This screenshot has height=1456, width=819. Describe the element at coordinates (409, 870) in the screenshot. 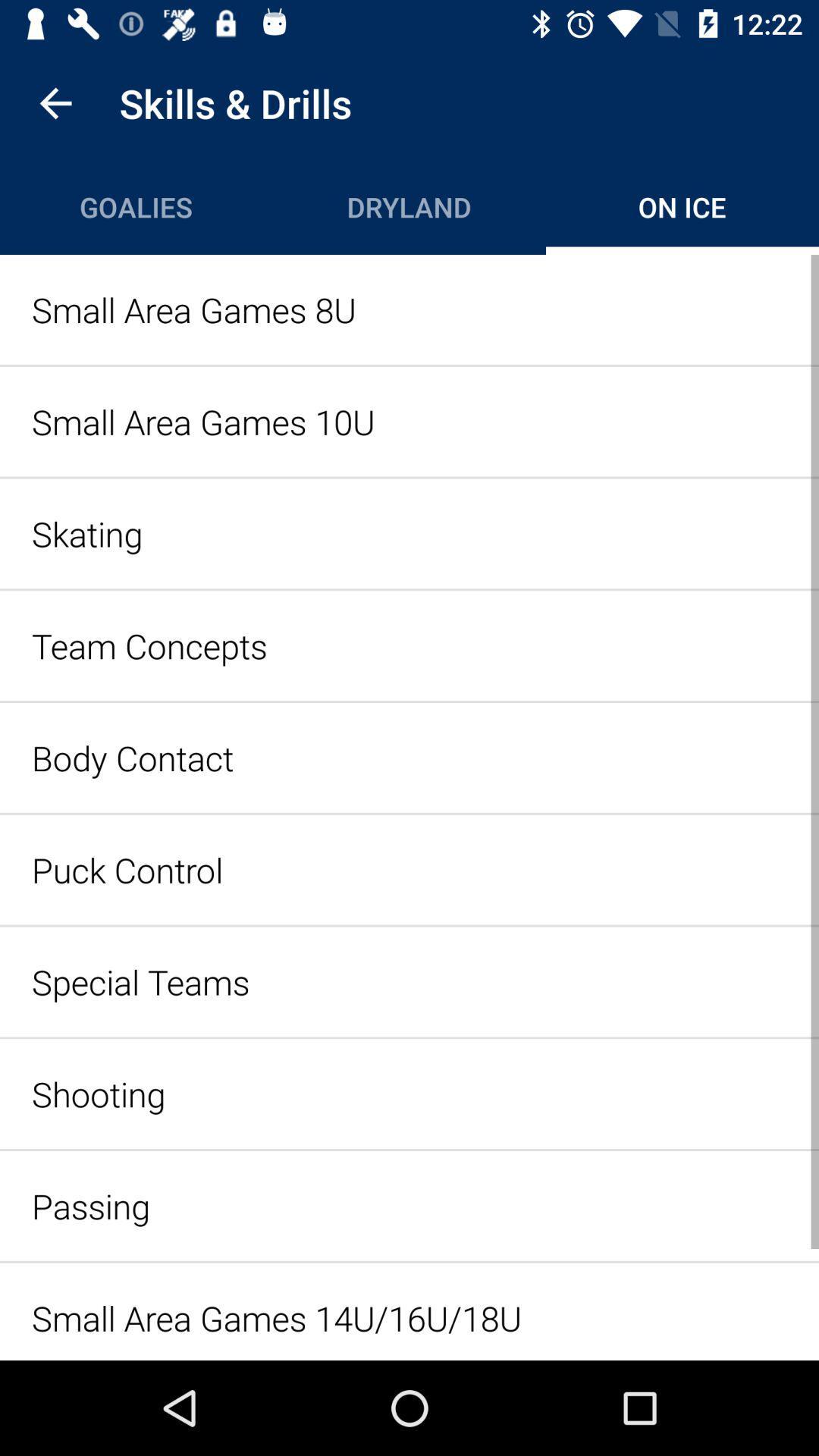

I see `the icon above the special teams` at that location.